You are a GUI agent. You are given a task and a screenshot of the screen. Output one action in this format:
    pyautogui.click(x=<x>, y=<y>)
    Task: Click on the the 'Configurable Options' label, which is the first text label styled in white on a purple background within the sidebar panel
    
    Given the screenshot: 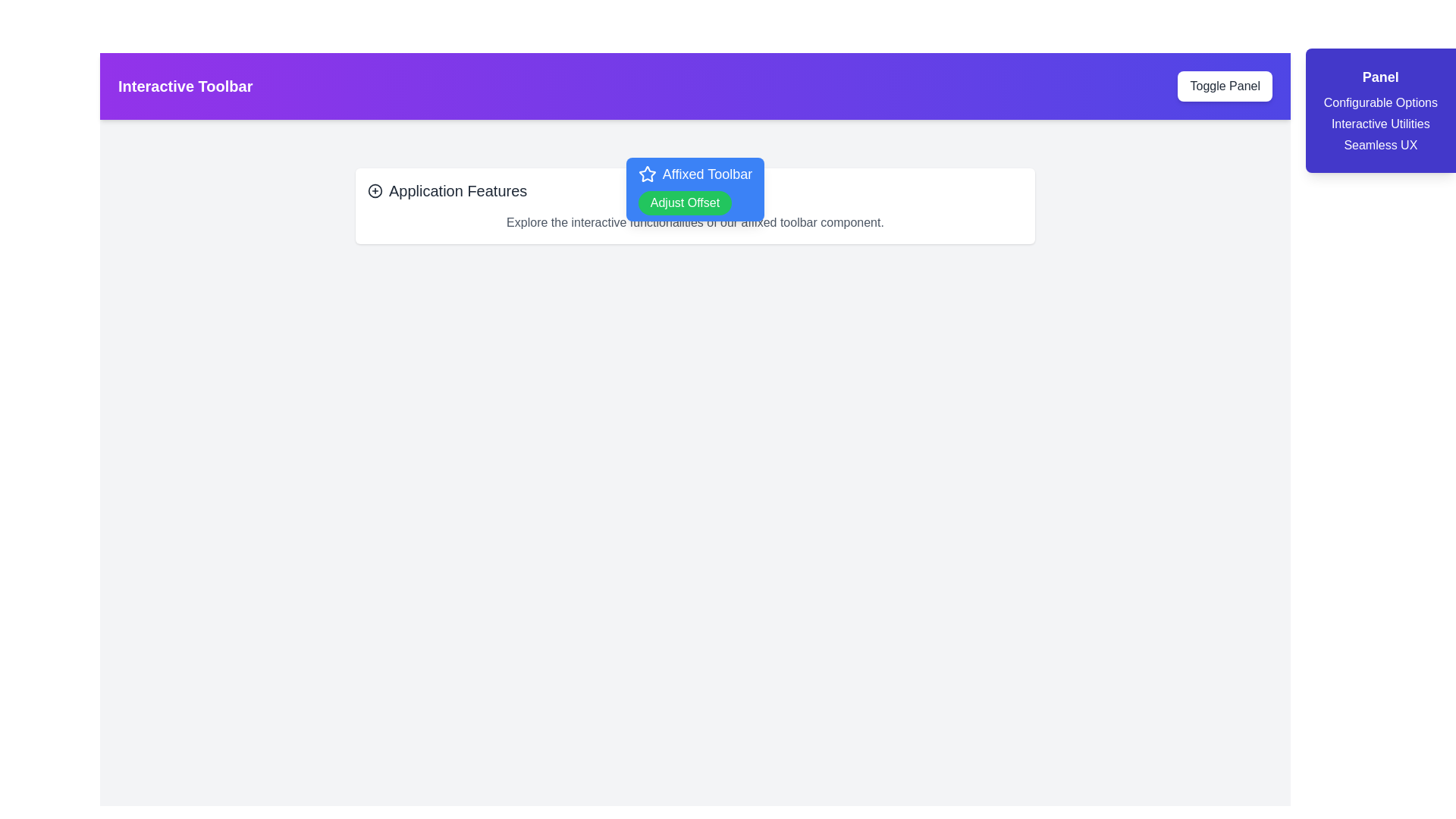 What is the action you would take?
    pyautogui.click(x=1380, y=102)
    